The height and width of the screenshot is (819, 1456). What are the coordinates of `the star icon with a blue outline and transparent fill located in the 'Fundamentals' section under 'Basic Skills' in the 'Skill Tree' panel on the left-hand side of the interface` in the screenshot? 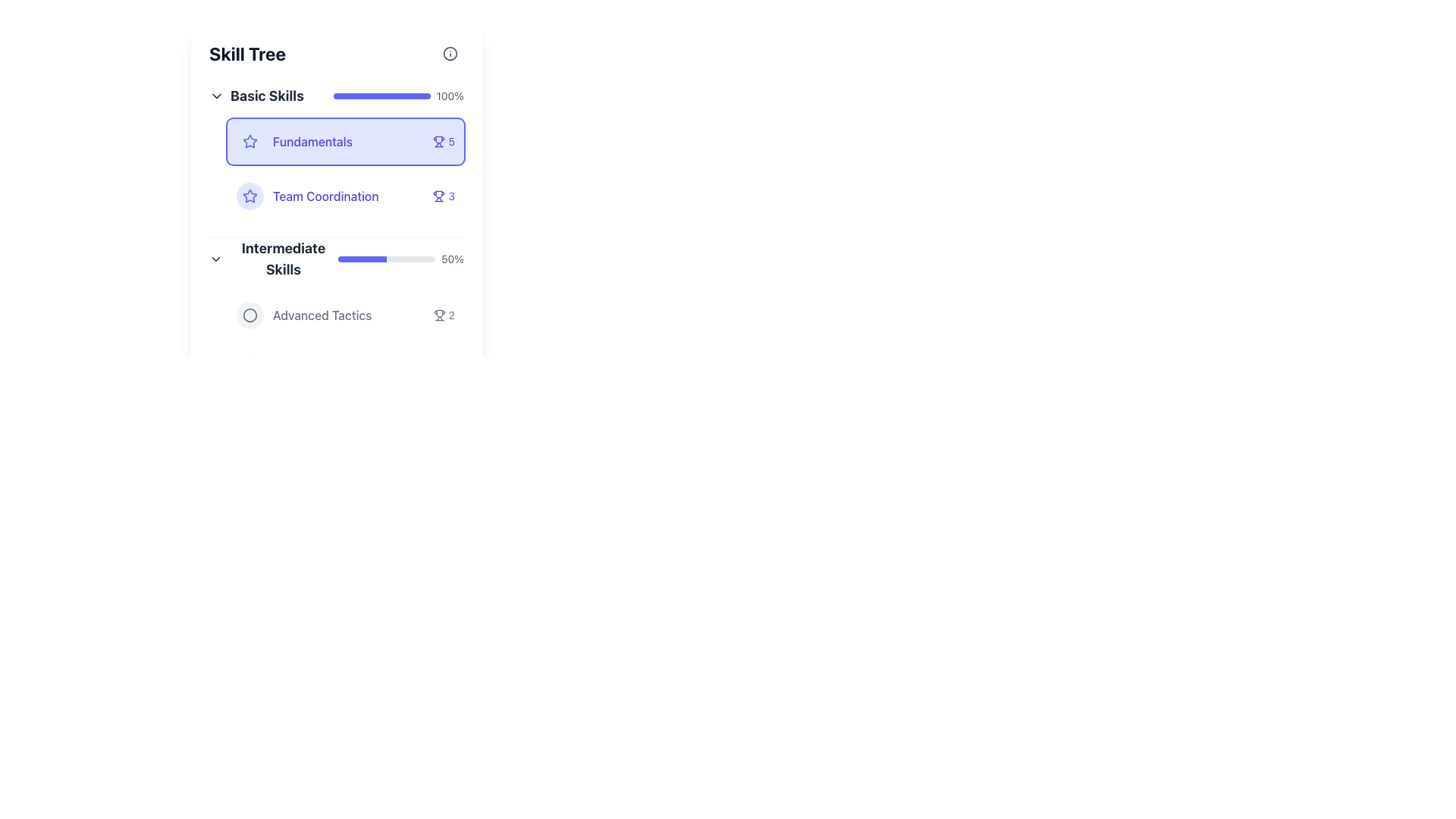 It's located at (250, 195).